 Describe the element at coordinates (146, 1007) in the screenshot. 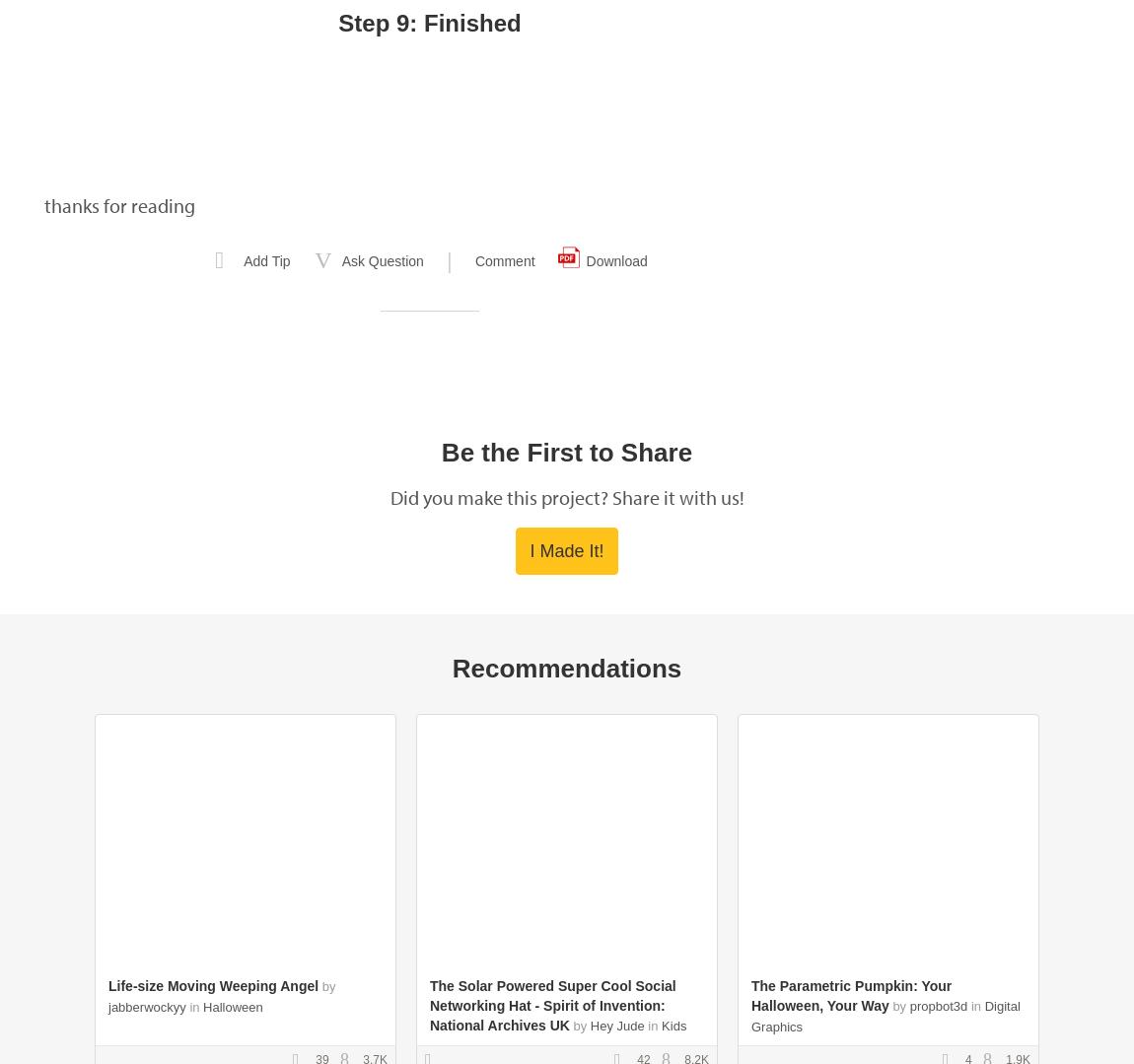

I see `'jabberwockyy'` at that location.